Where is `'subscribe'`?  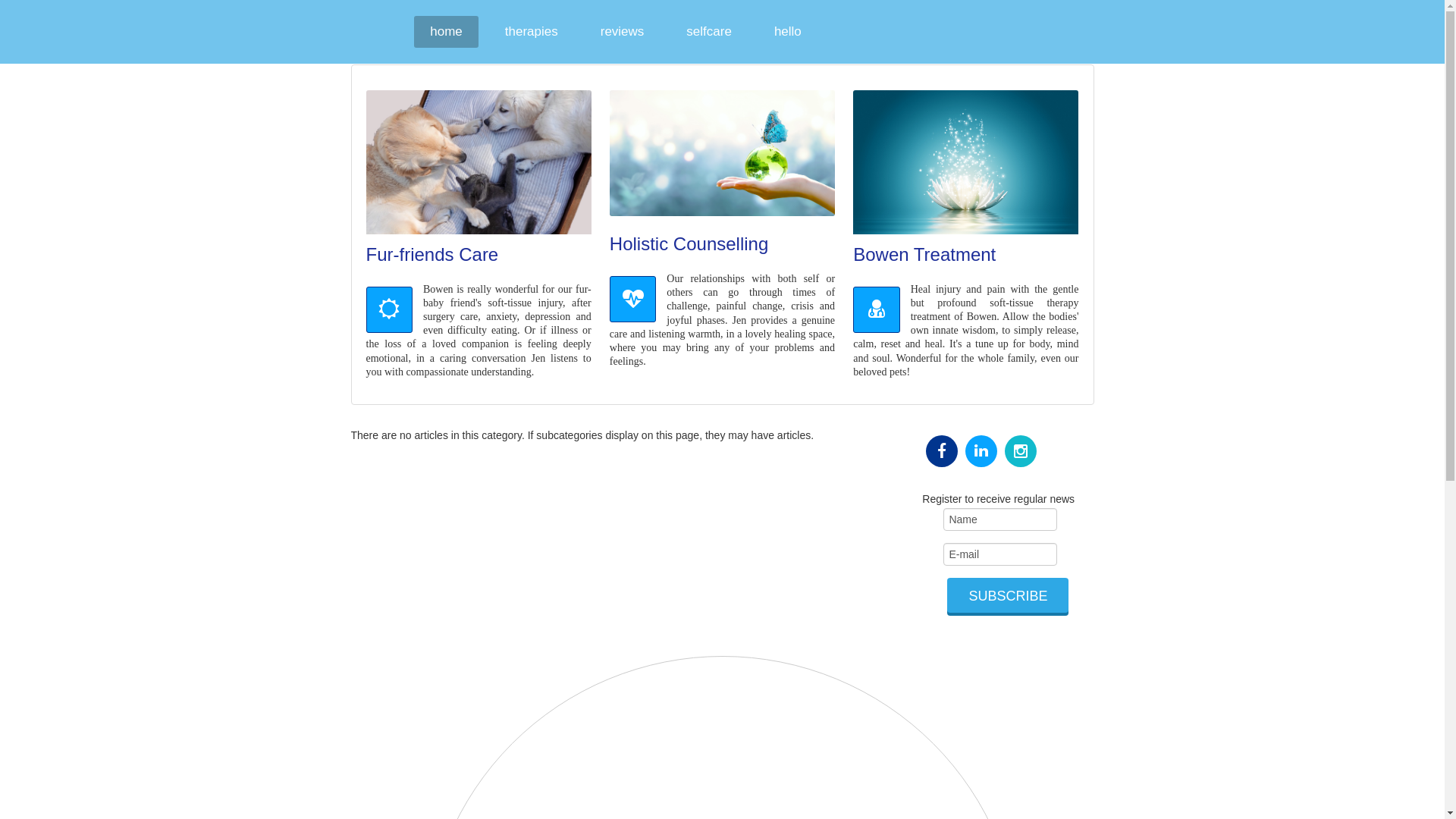
'subscribe' is located at coordinates (1008, 595).